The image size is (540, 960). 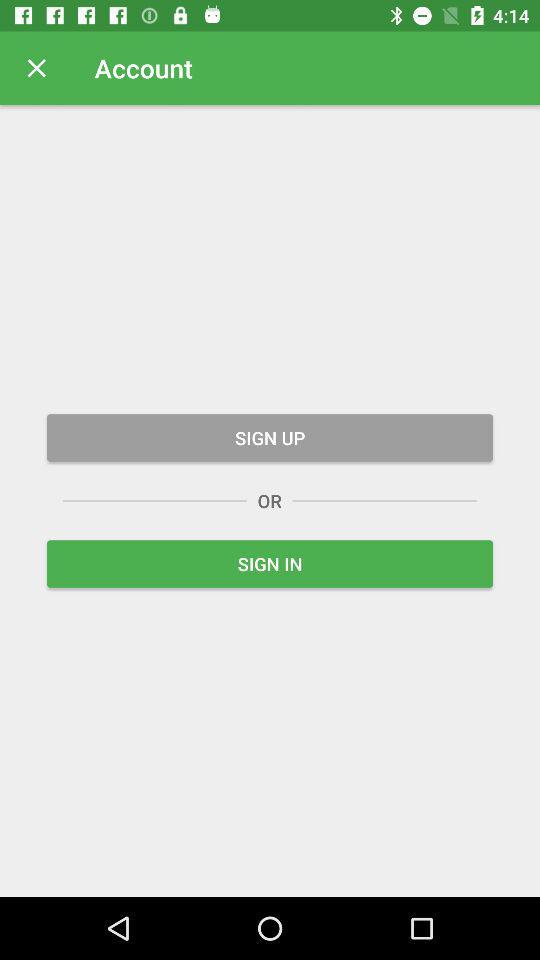 I want to click on the icon above sign up item, so click(x=36, y=68).